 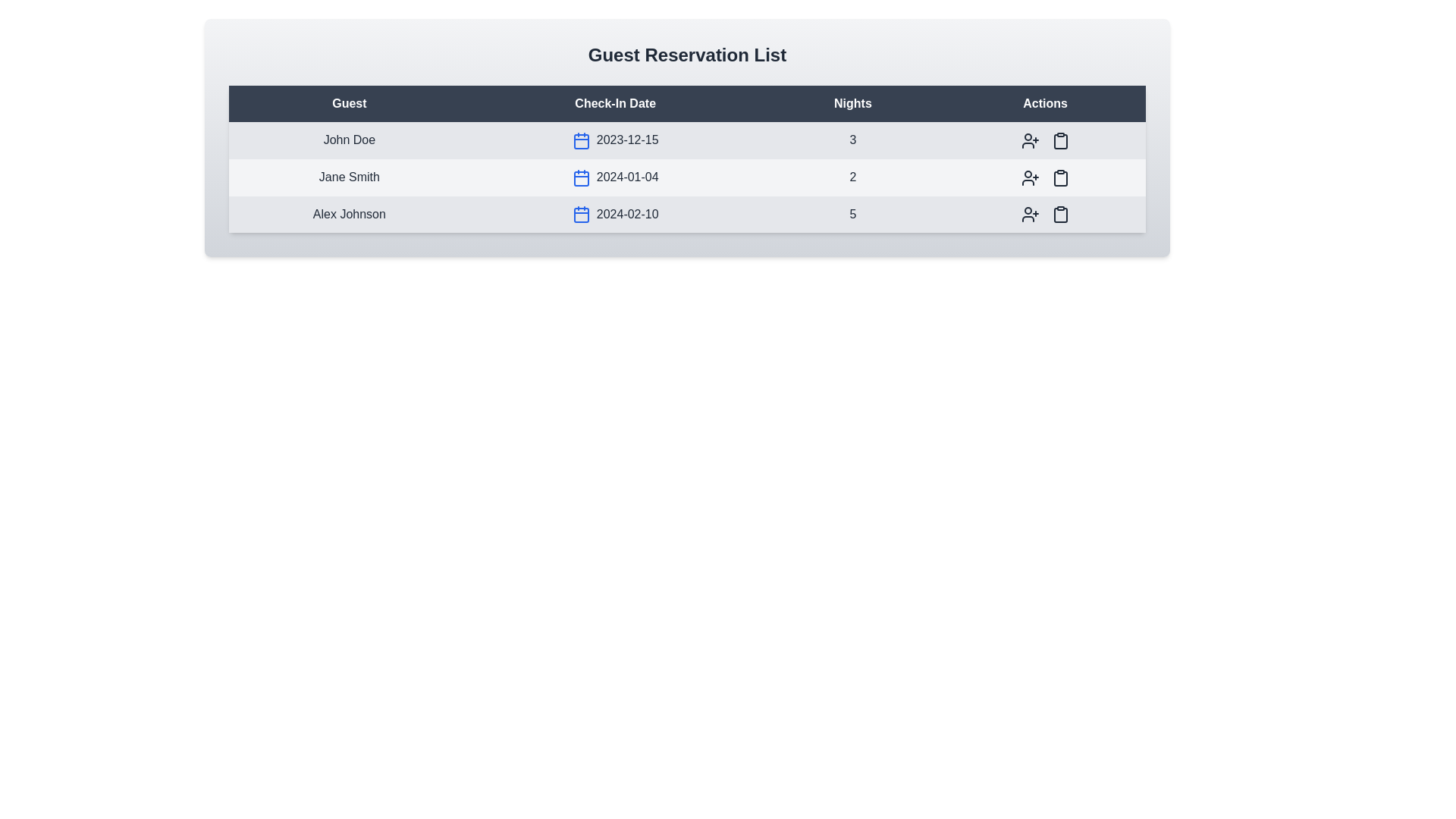 I want to click on the clipboard-related SVG icon located in the 'Actions' column of the first row in the guest reservation list interface, so click(x=1059, y=140).